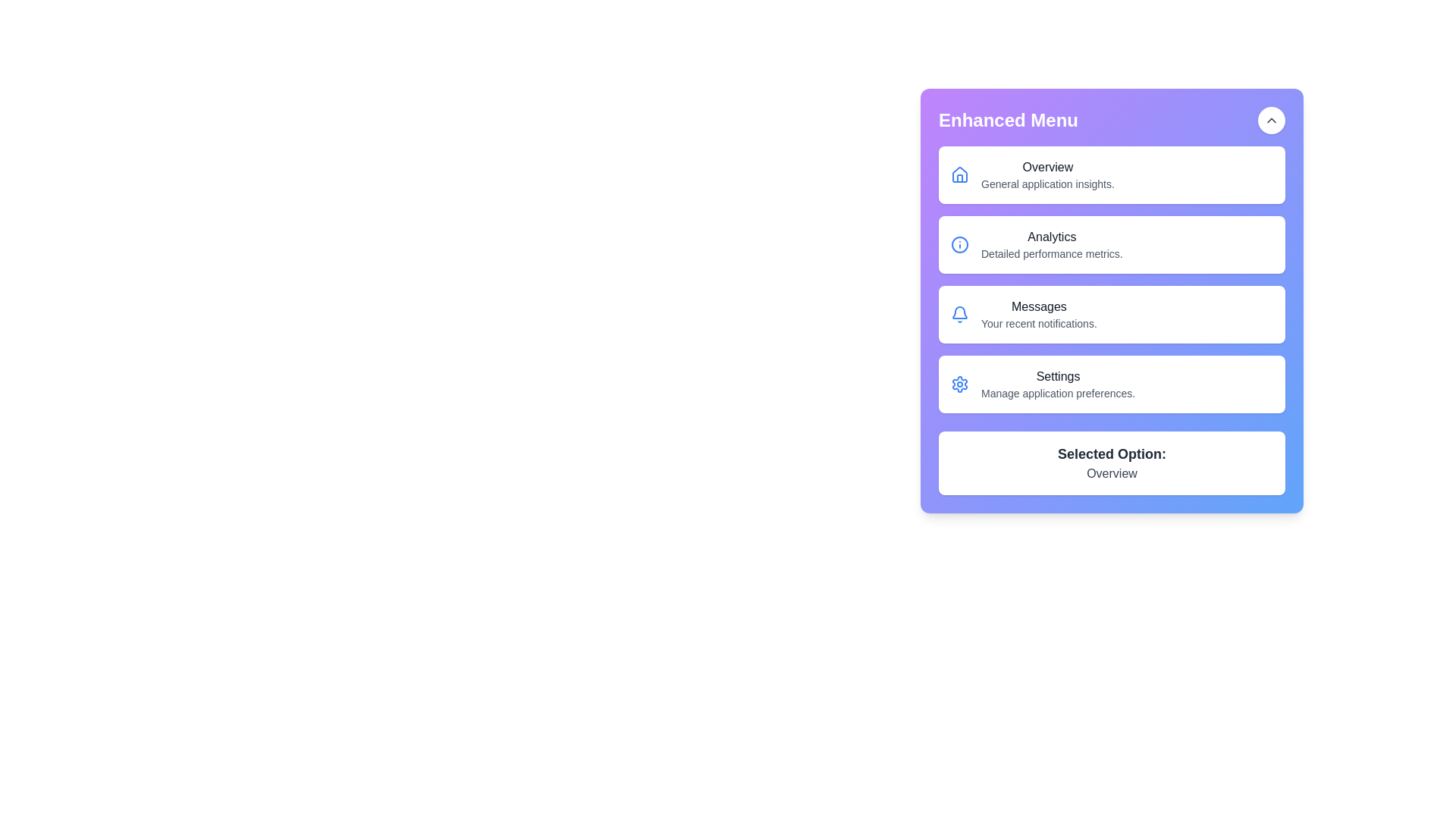  Describe the element at coordinates (959, 312) in the screenshot. I see `the blue outlined bell-shaped notification icon located at the upper-right corner of the menu box` at that location.